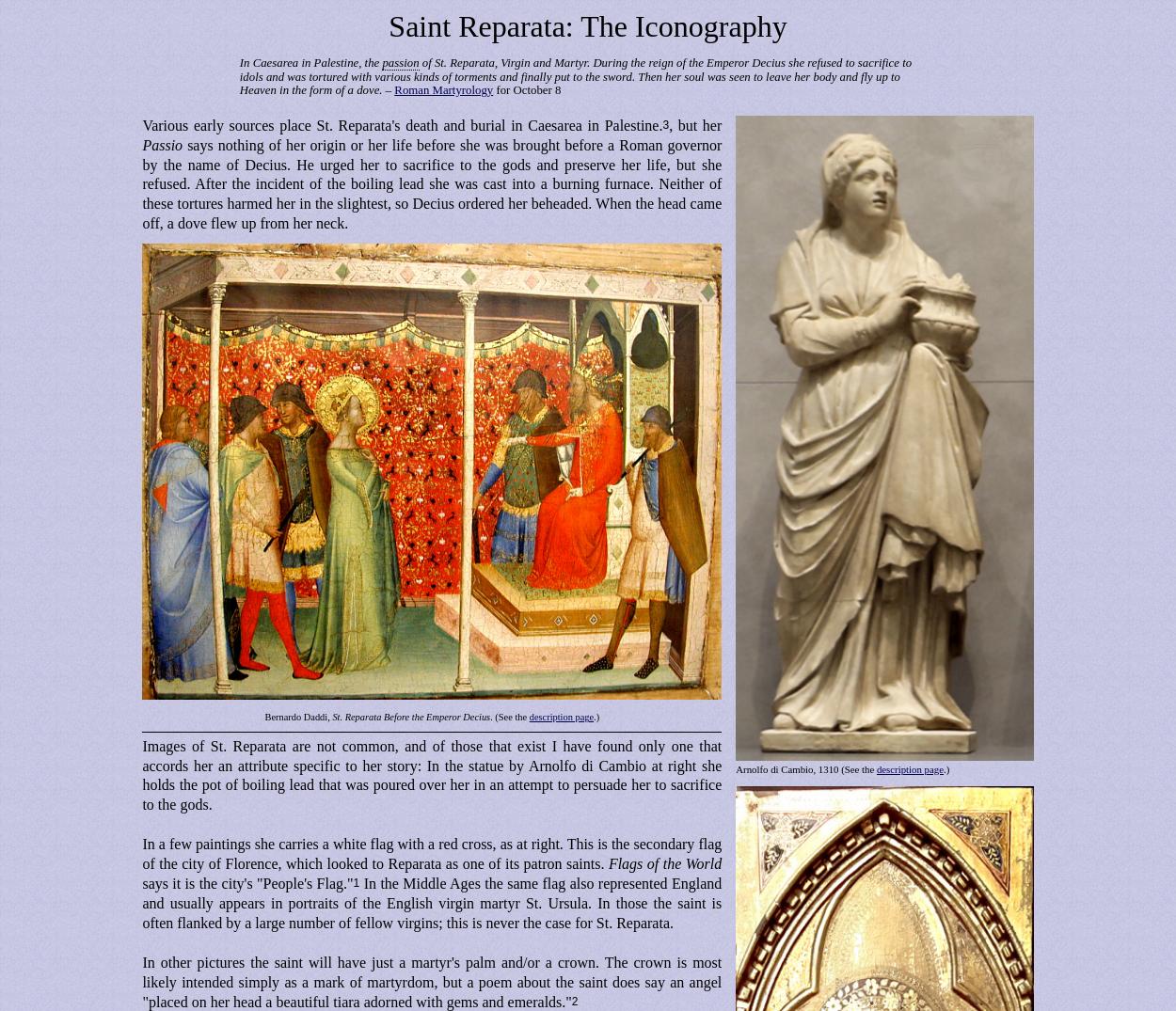 The image size is (1176, 1011). What do you see at coordinates (431, 903) in the screenshot?
I see `'In the Middle Ages the same flag also represented England and usually appears in portraits of the English virgin martyr St. Ursula. In those the saint is often flanked by a large number of fellow virgins; this is never the case for St. Reparata.'` at bounding box center [431, 903].